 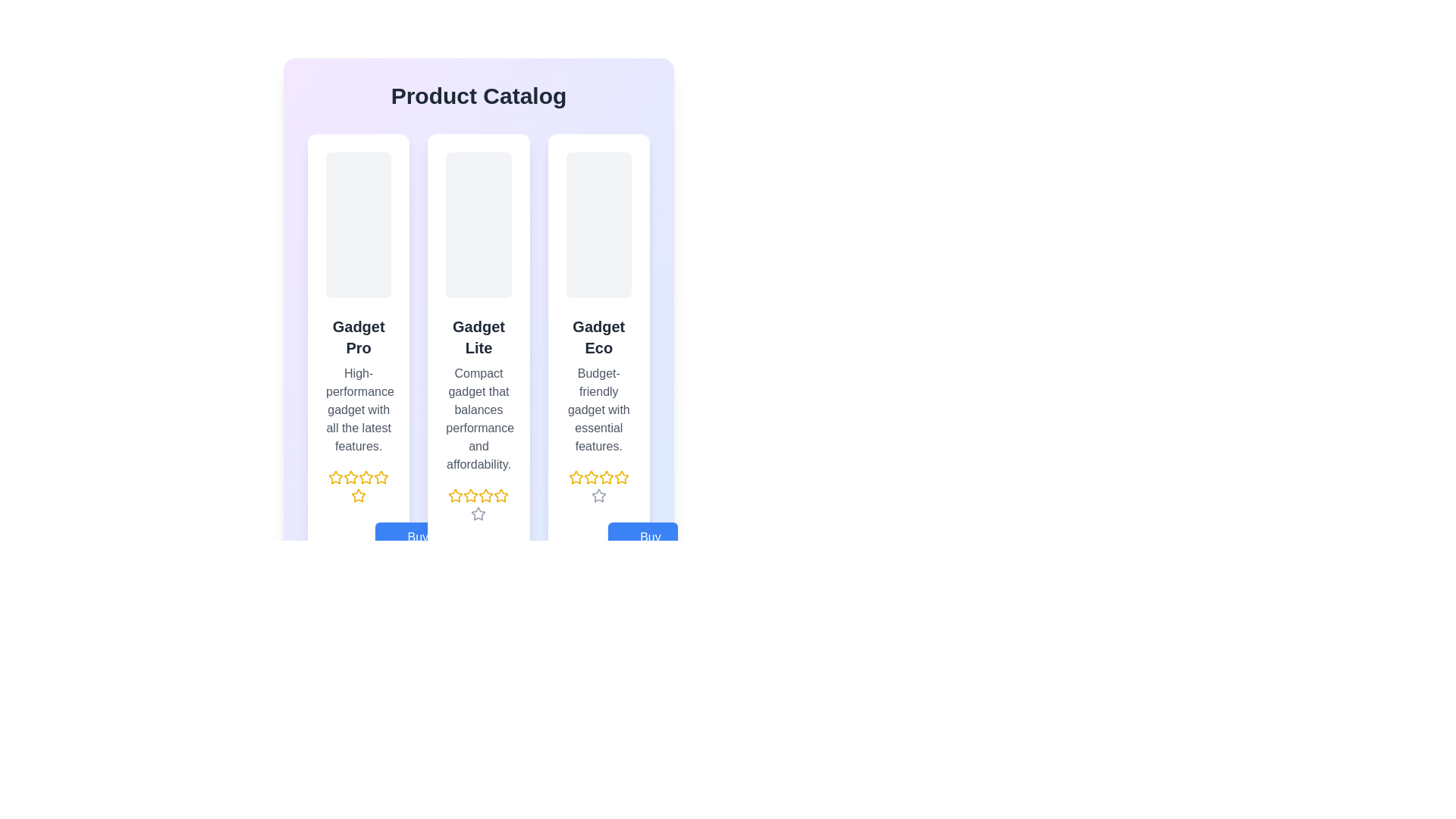 What do you see at coordinates (455, 495) in the screenshot?
I see `the third rating star icon located below the 'Gadget Lite' product description` at bounding box center [455, 495].